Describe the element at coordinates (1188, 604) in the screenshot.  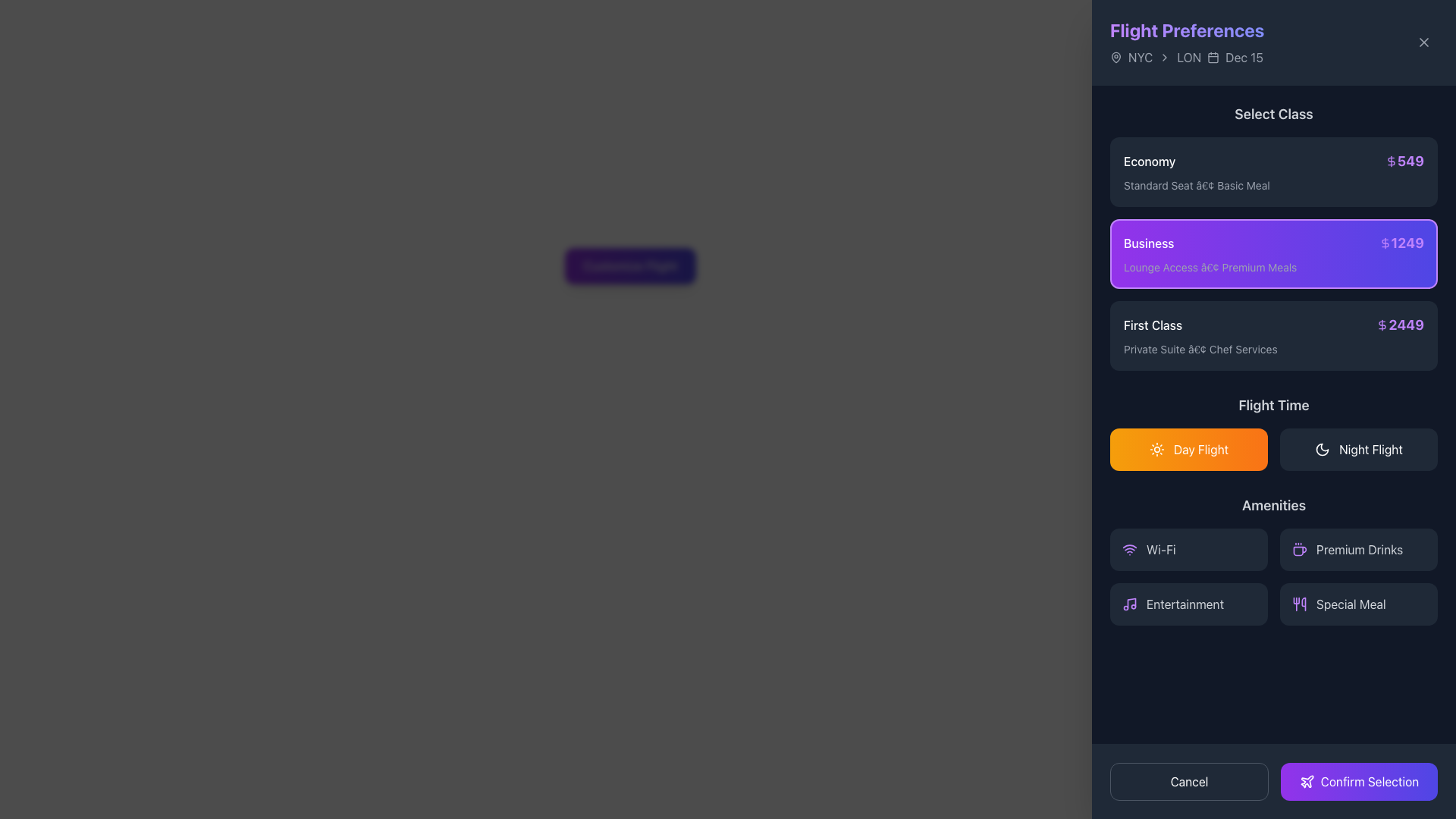
I see `the 'Entertainment' button located in the 'Amenities' section at the bottom right of the interface, positioned to the left of the 'Special Meal' button and below the 'Wi-Fi' button` at that location.